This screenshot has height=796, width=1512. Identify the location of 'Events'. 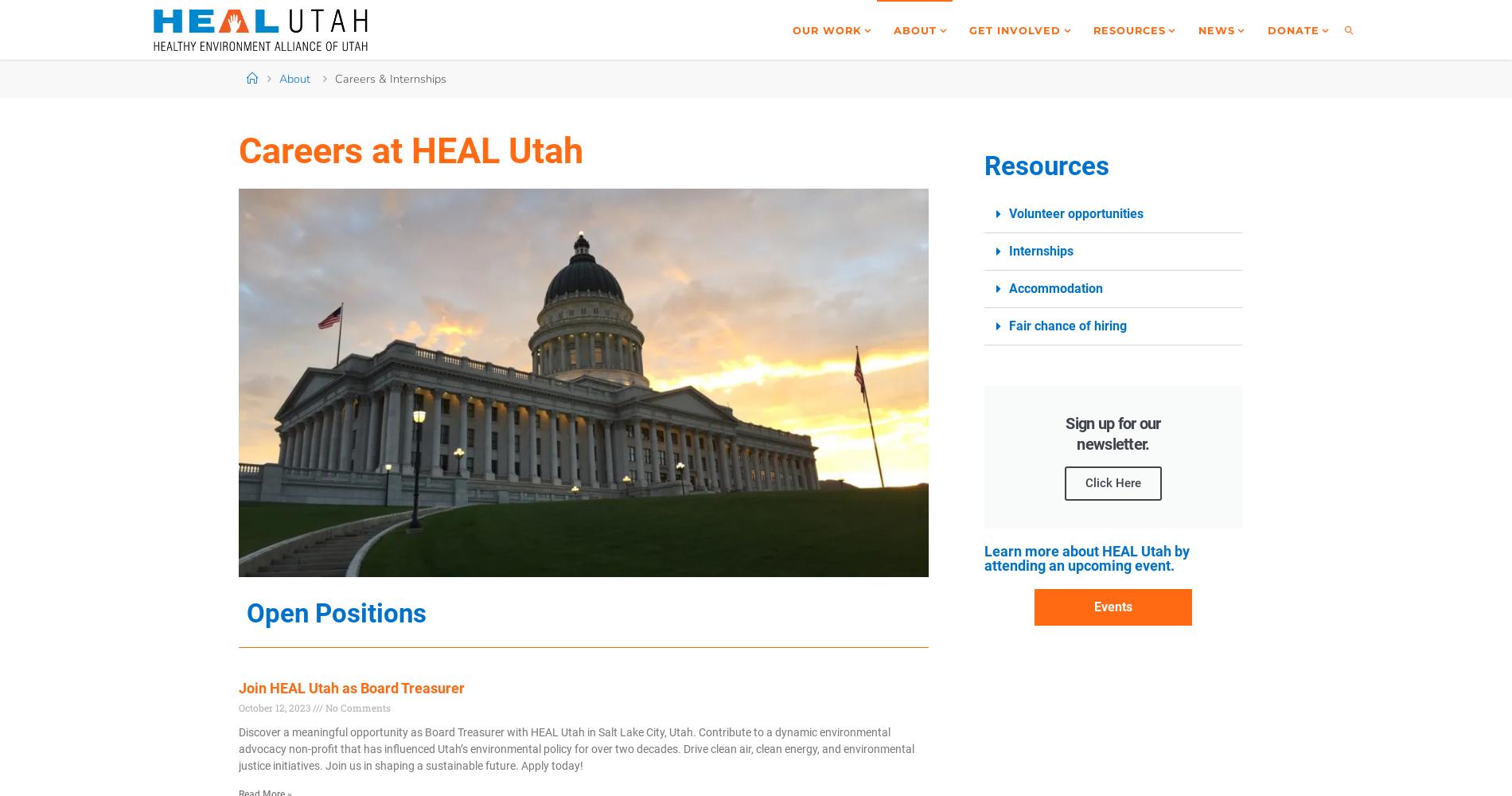
(1112, 607).